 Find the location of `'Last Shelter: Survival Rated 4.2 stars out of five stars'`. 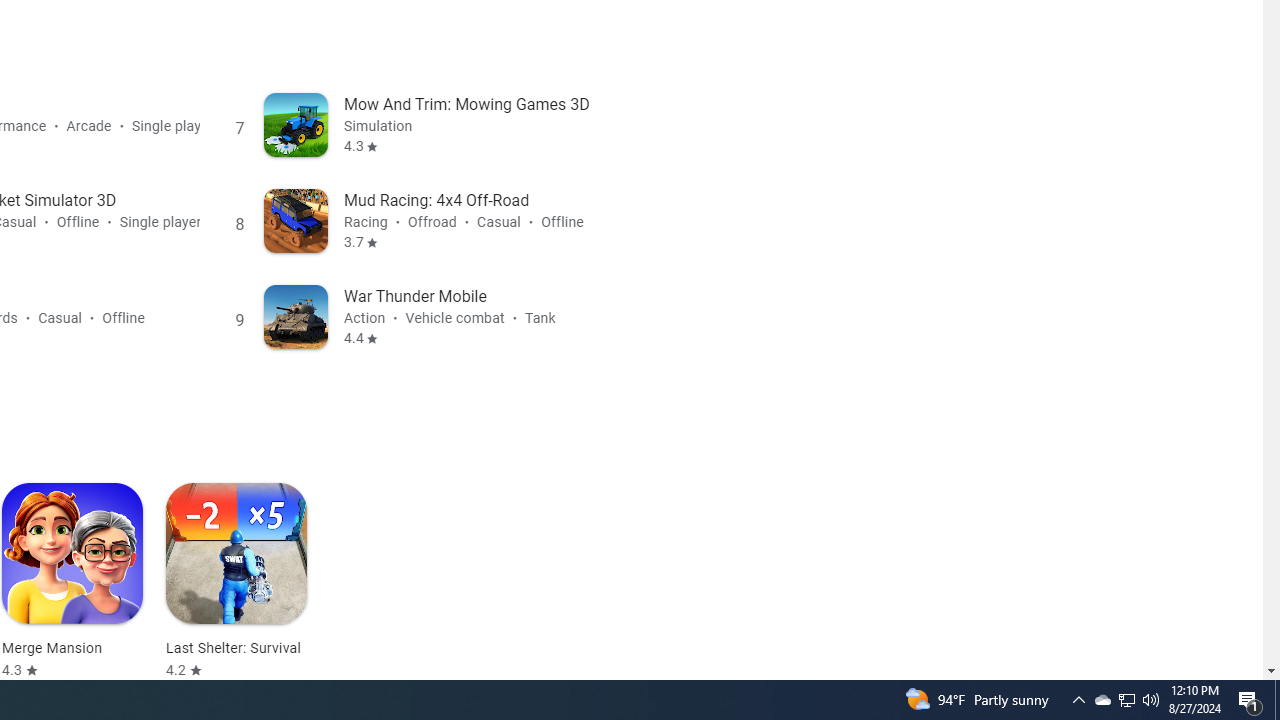

'Last Shelter: Survival Rated 4.2 stars out of five stars' is located at coordinates (236, 581).